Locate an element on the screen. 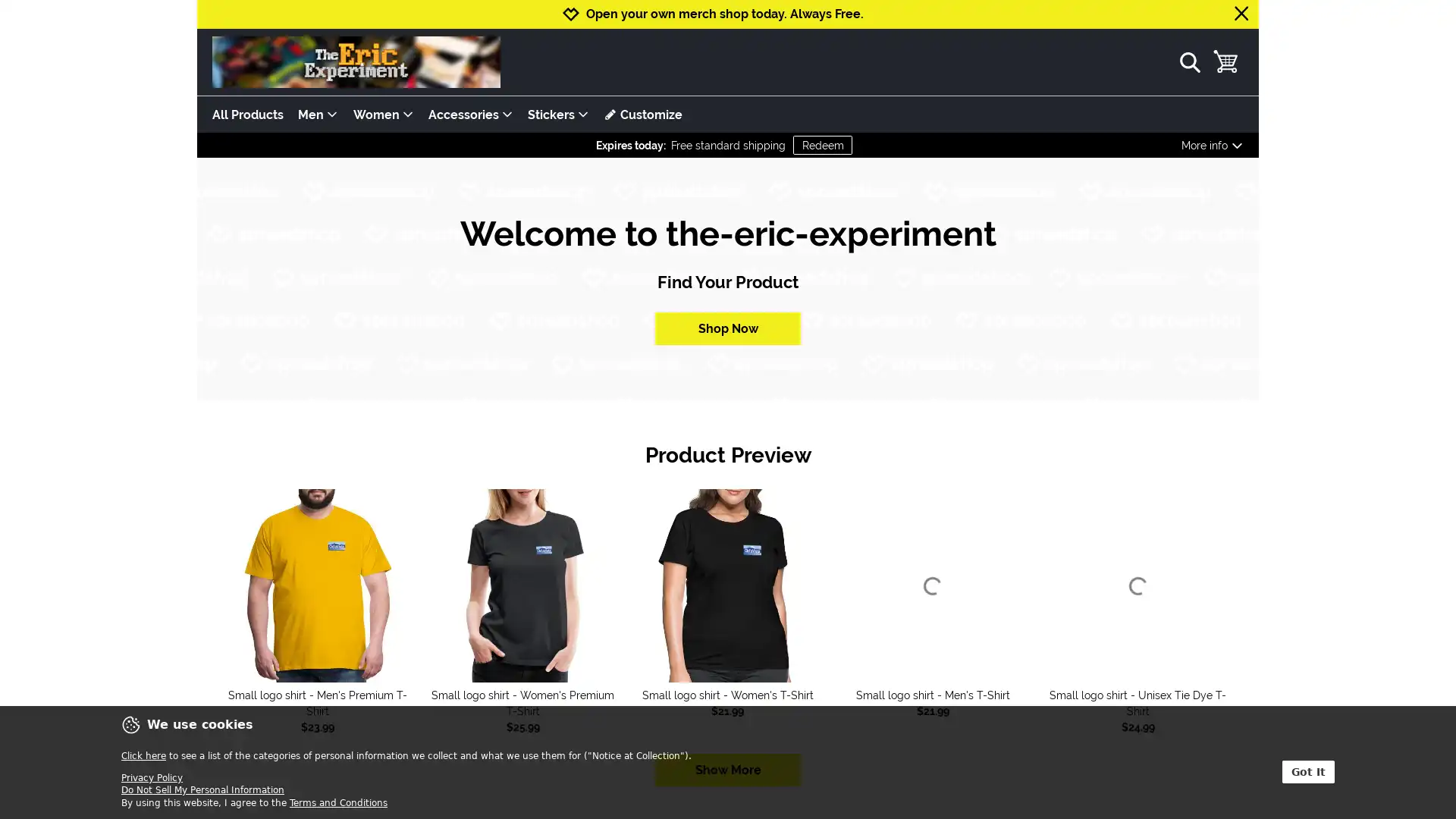 This screenshot has width=1456, height=819. Shop Now is located at coordinates (728, 327).